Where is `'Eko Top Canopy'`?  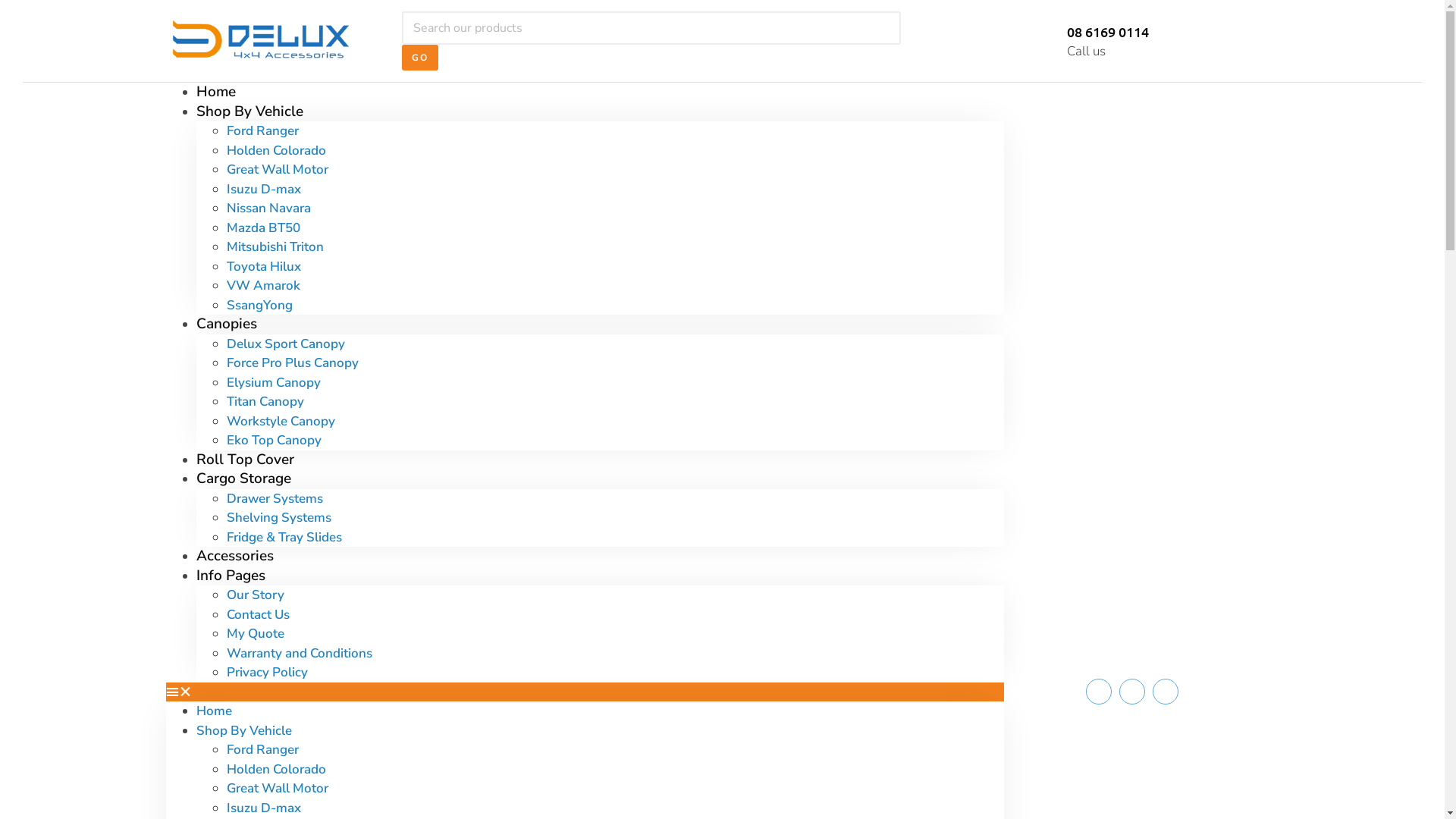
'Eko Top Canopy' is located at coordinates (273, 440).